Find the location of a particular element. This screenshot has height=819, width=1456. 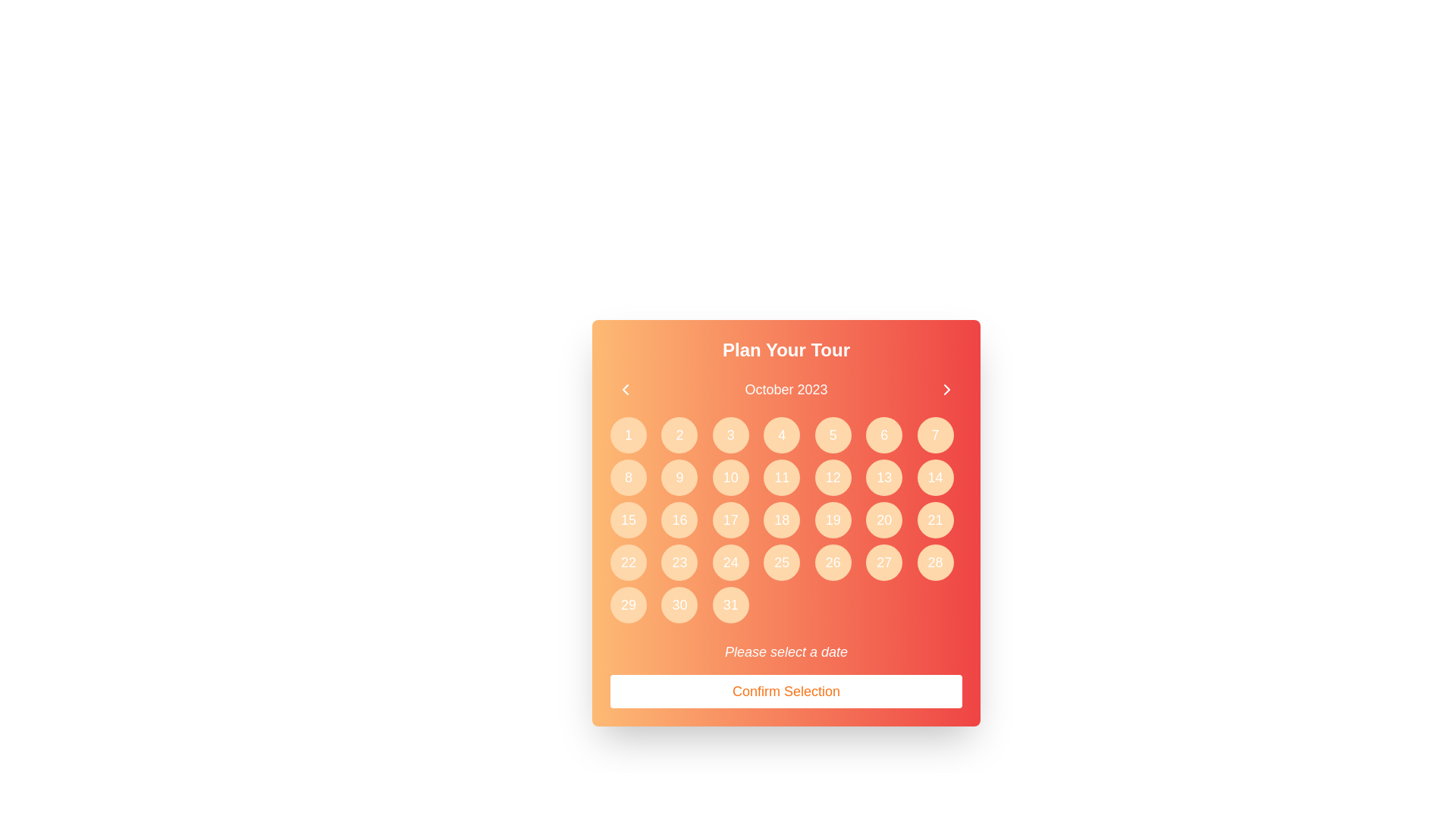

the selectable date button representing '15' in the calendar interface is located at coordinates (629, 519).